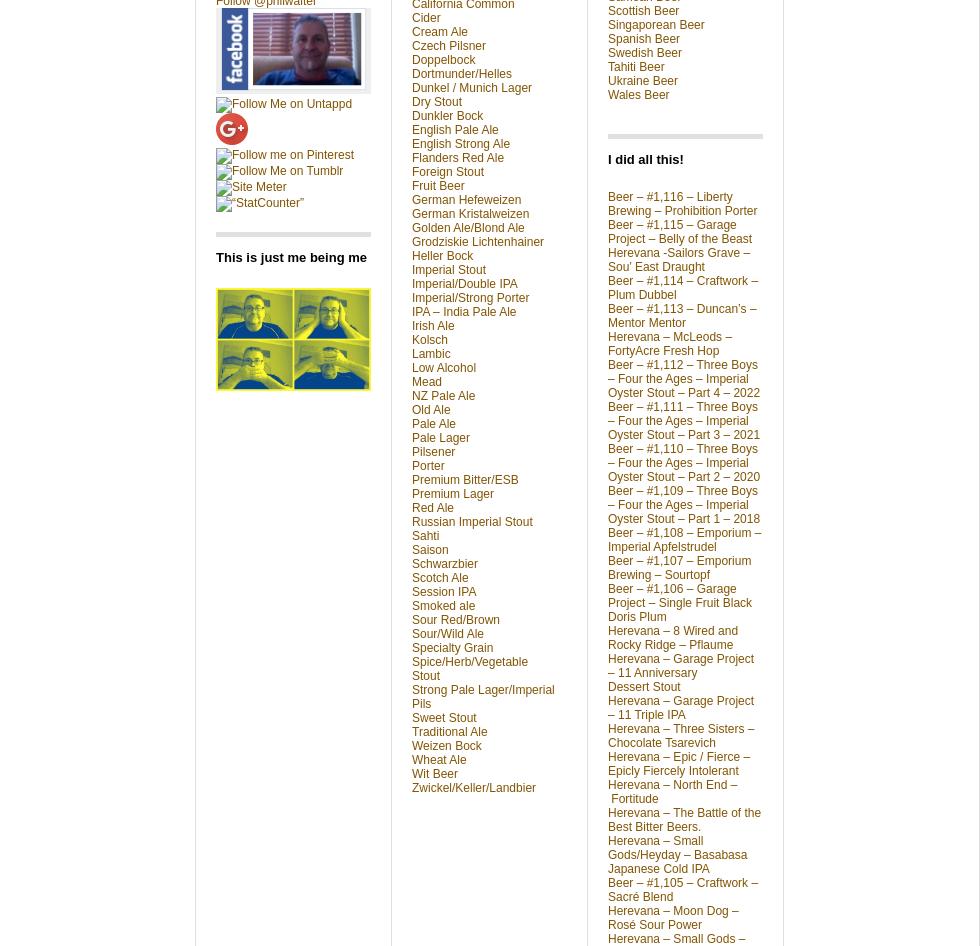 The width and height of the screenshot is (980, 946). Describe the element at coordinates (607, 888) in the screenshot. I see `'Beer – #1,105 – Craftwork – Sacré Blend'` at that location.